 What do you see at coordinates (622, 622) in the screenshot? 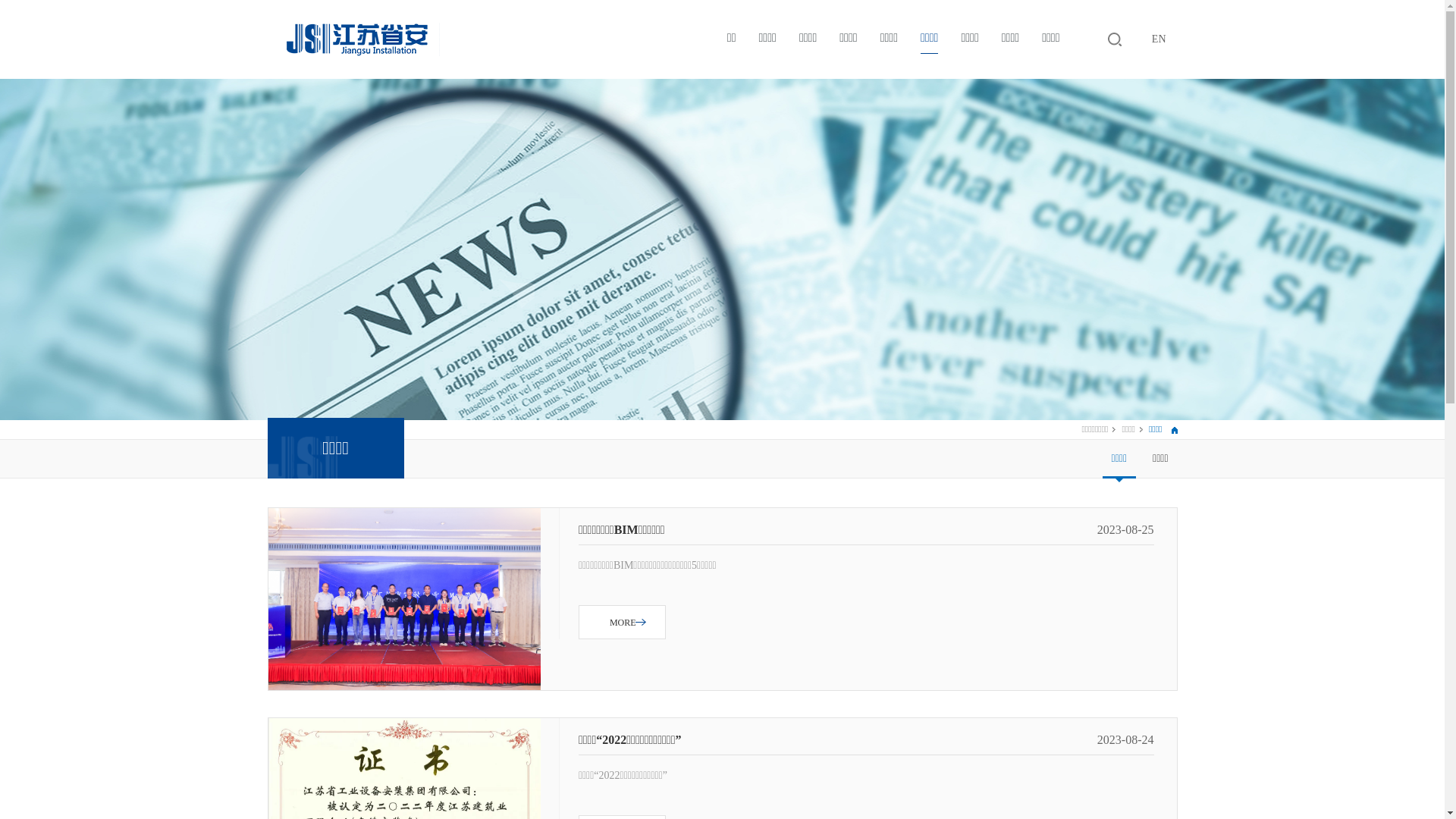
I see `'MORE'` at bounding box center [622, 622].